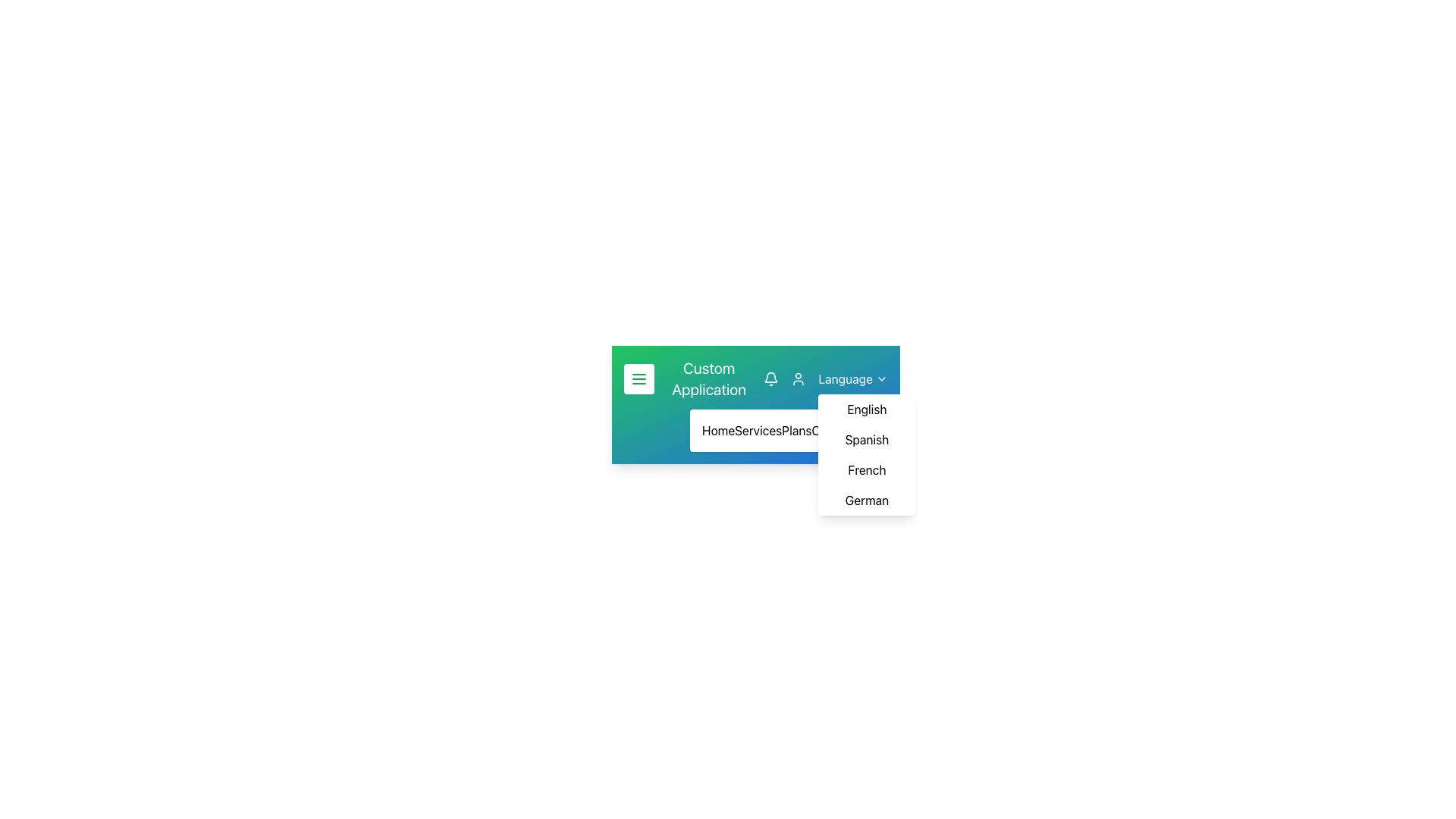 This screenshot has height=819, width=1456. I want to click on the 'English' text label element in the dropdown menu adjacent to the 'Language' label, so click(867, 409).